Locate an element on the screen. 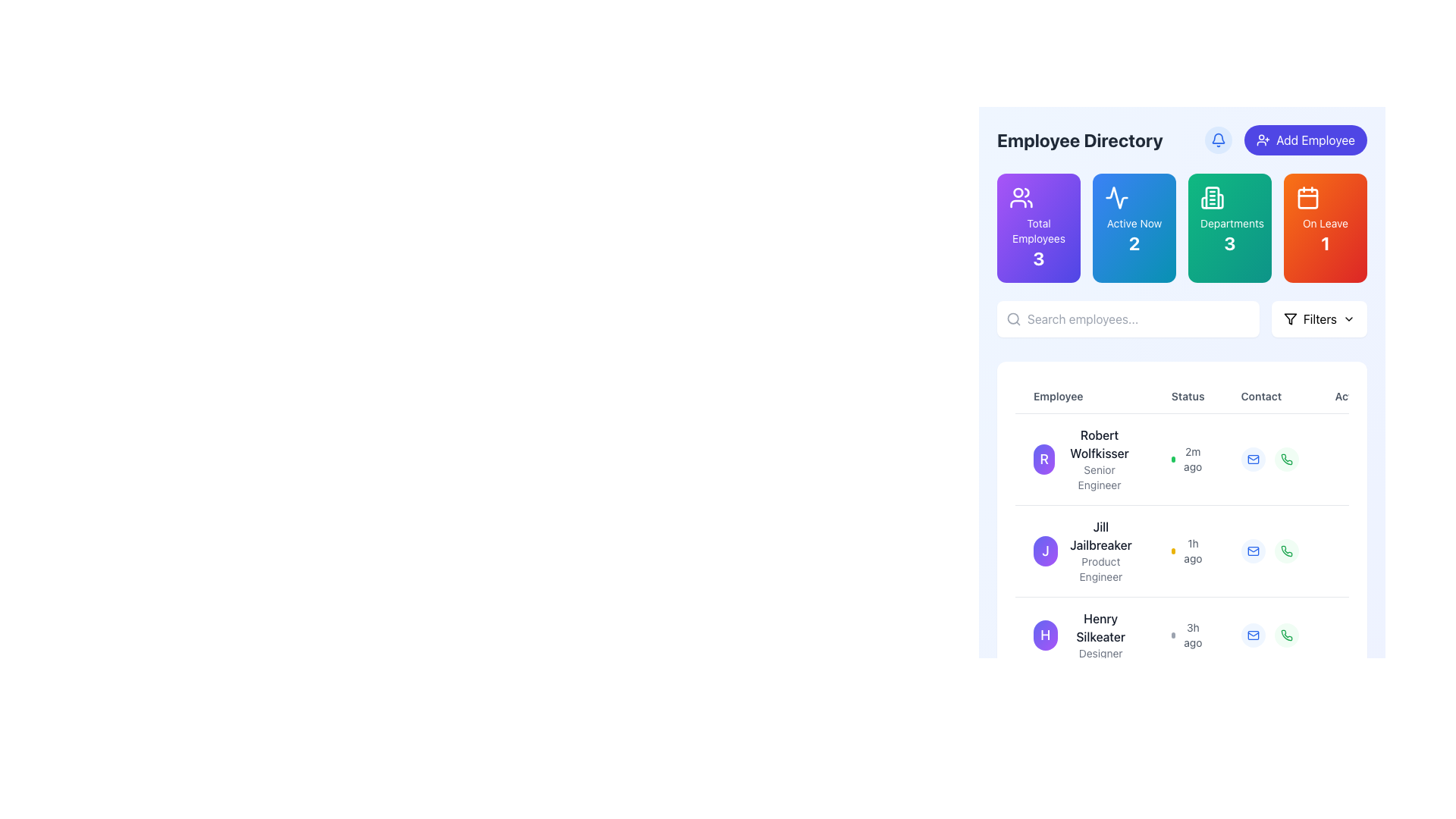  the interactive ellipsis button located in the 'Ac' column of 'Robert Wolfkisser' row is located at coordinates (1354, 458).